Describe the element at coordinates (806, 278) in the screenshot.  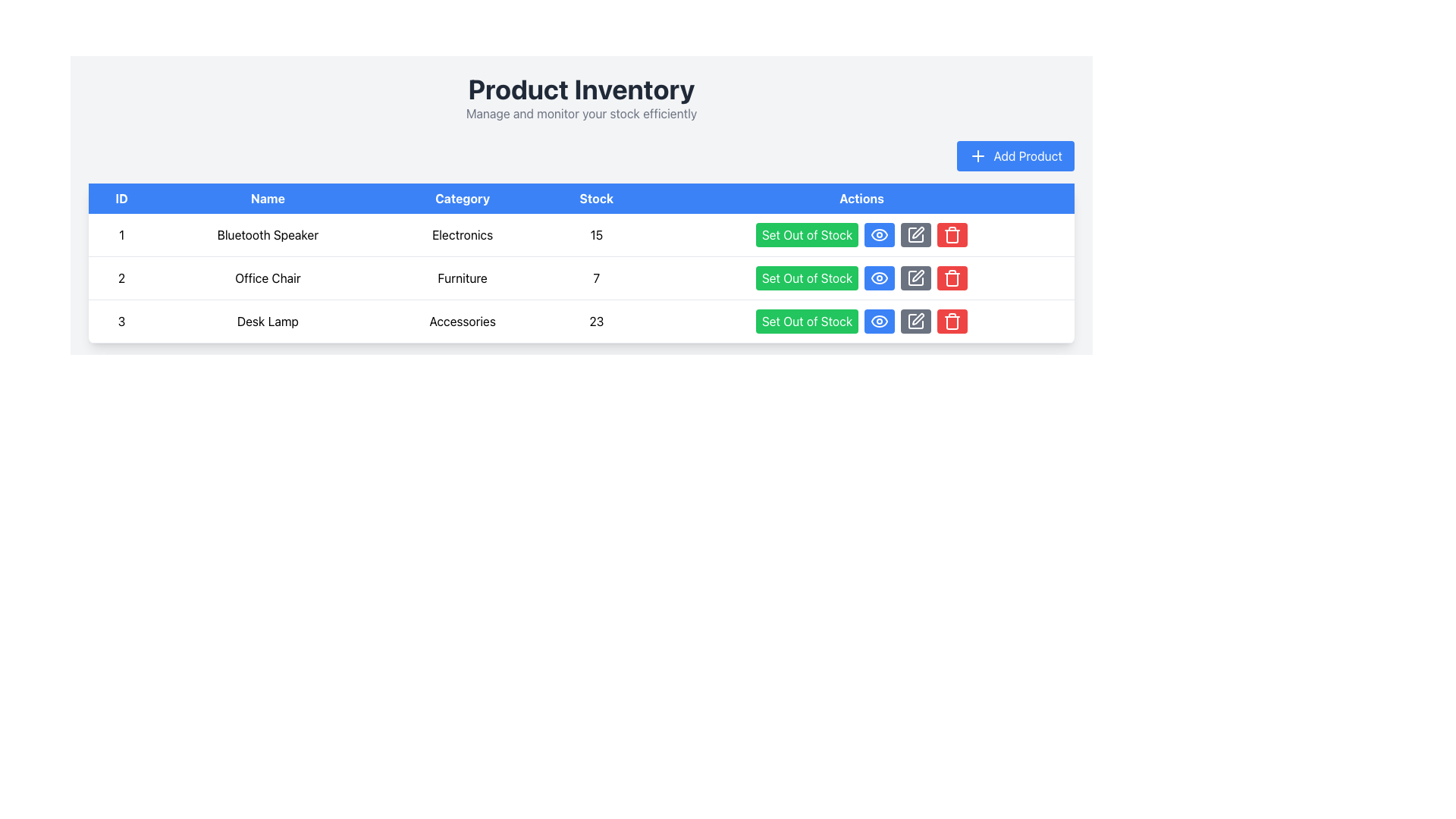
I see `the 'Out of Stock' button in the Actions column of the second row to trigger a color change` at that location.